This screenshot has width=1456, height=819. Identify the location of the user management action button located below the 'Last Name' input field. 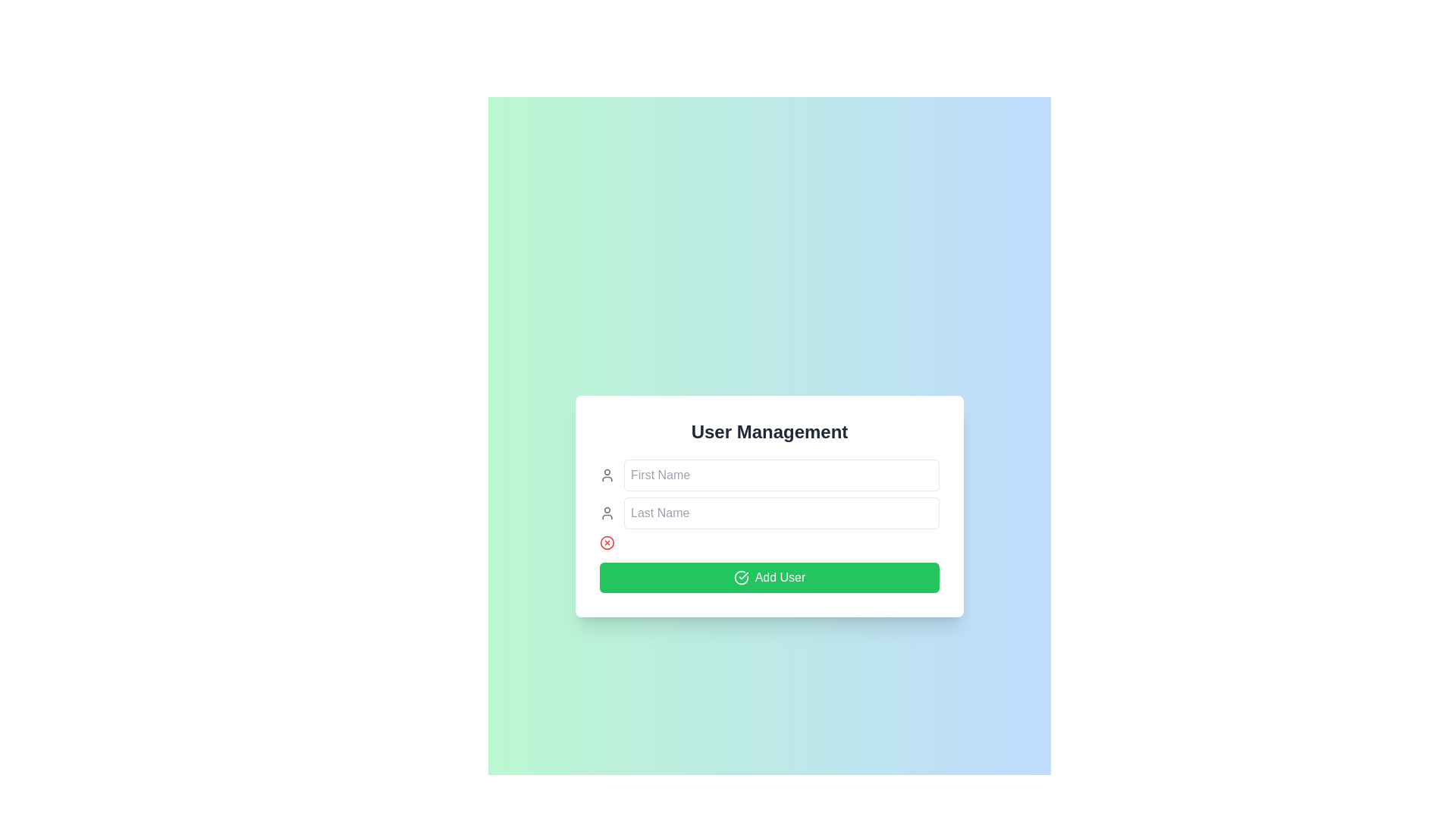
(607, 542).